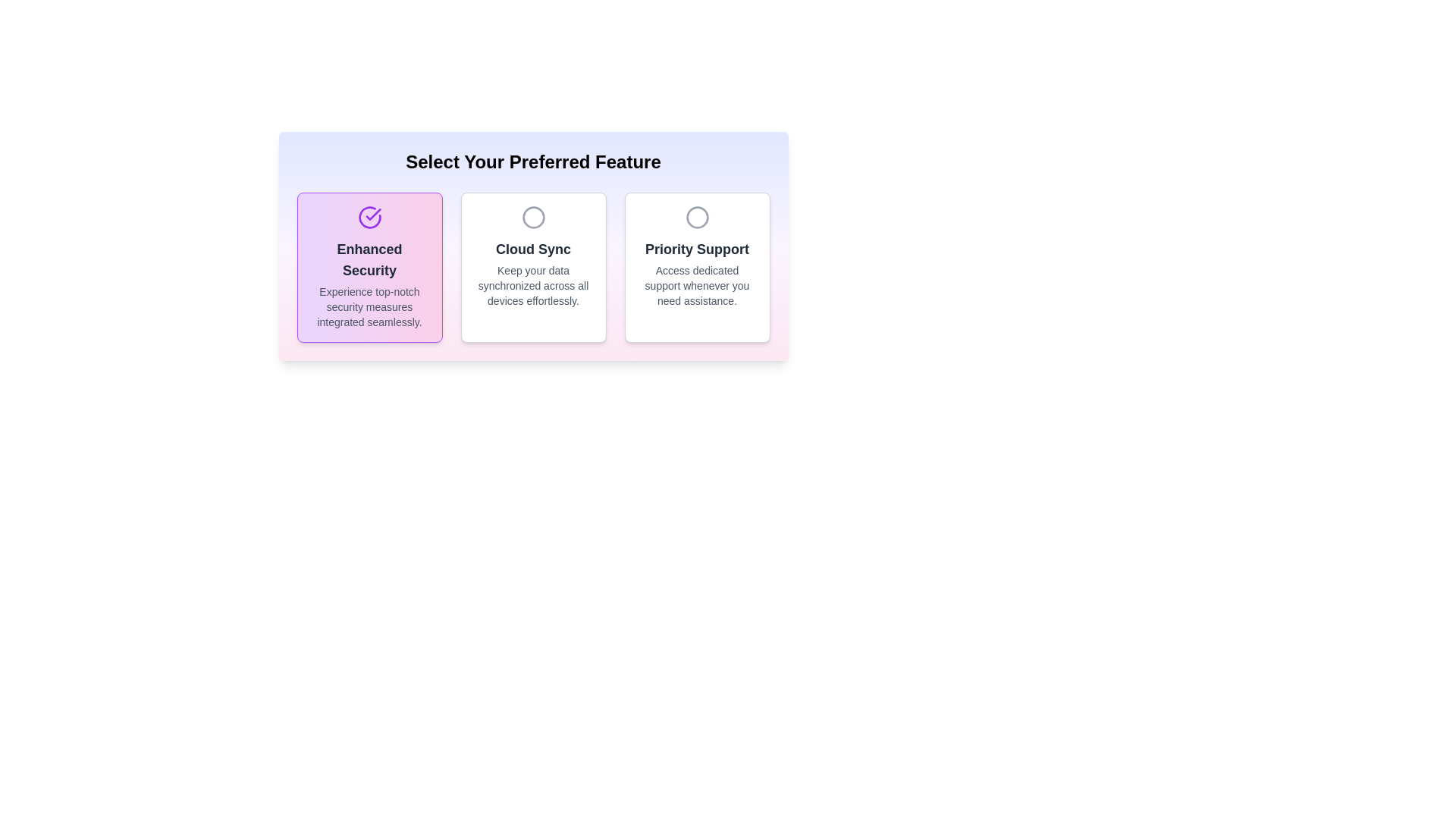  What do you see at coordinates (696, 217) in the screenshot?
I see `the circular icon with a gray outline and transparent center located at the top-center of the 'Priority Support' panel` at bounding box center [696, 217].